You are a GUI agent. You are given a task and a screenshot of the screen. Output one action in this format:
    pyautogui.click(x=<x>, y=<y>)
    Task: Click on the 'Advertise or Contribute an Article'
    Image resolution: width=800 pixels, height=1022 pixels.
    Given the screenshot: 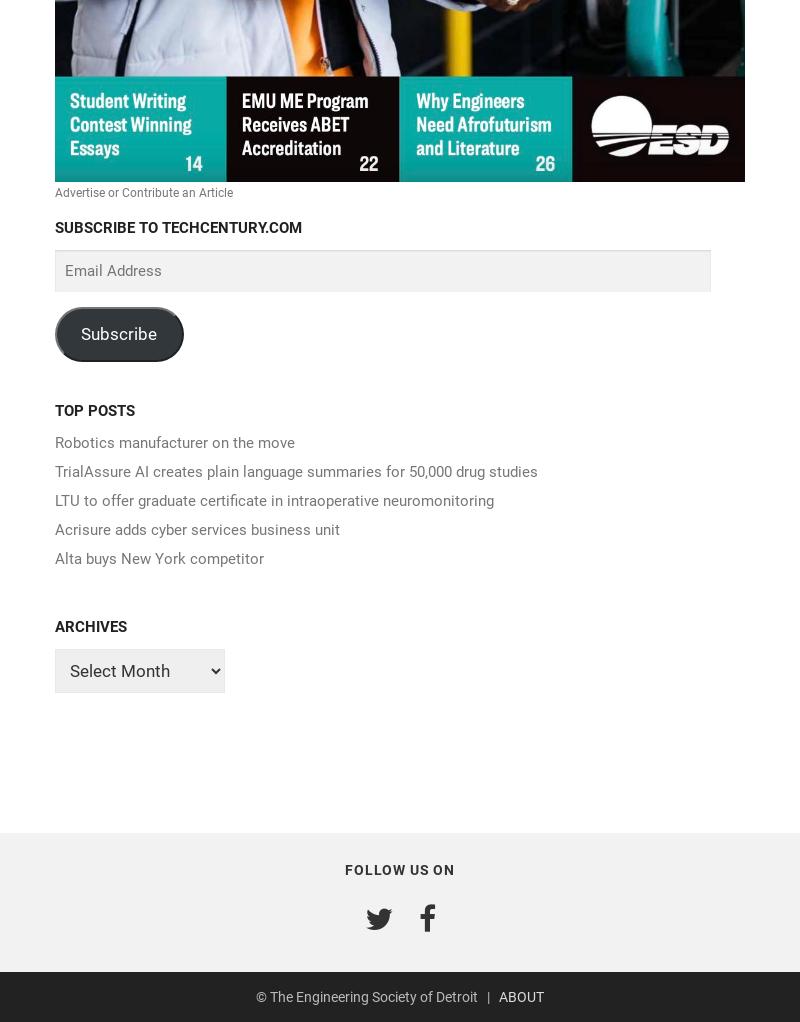 What is the action you would take?
    pyautogui.click(x=54, y=192)
    